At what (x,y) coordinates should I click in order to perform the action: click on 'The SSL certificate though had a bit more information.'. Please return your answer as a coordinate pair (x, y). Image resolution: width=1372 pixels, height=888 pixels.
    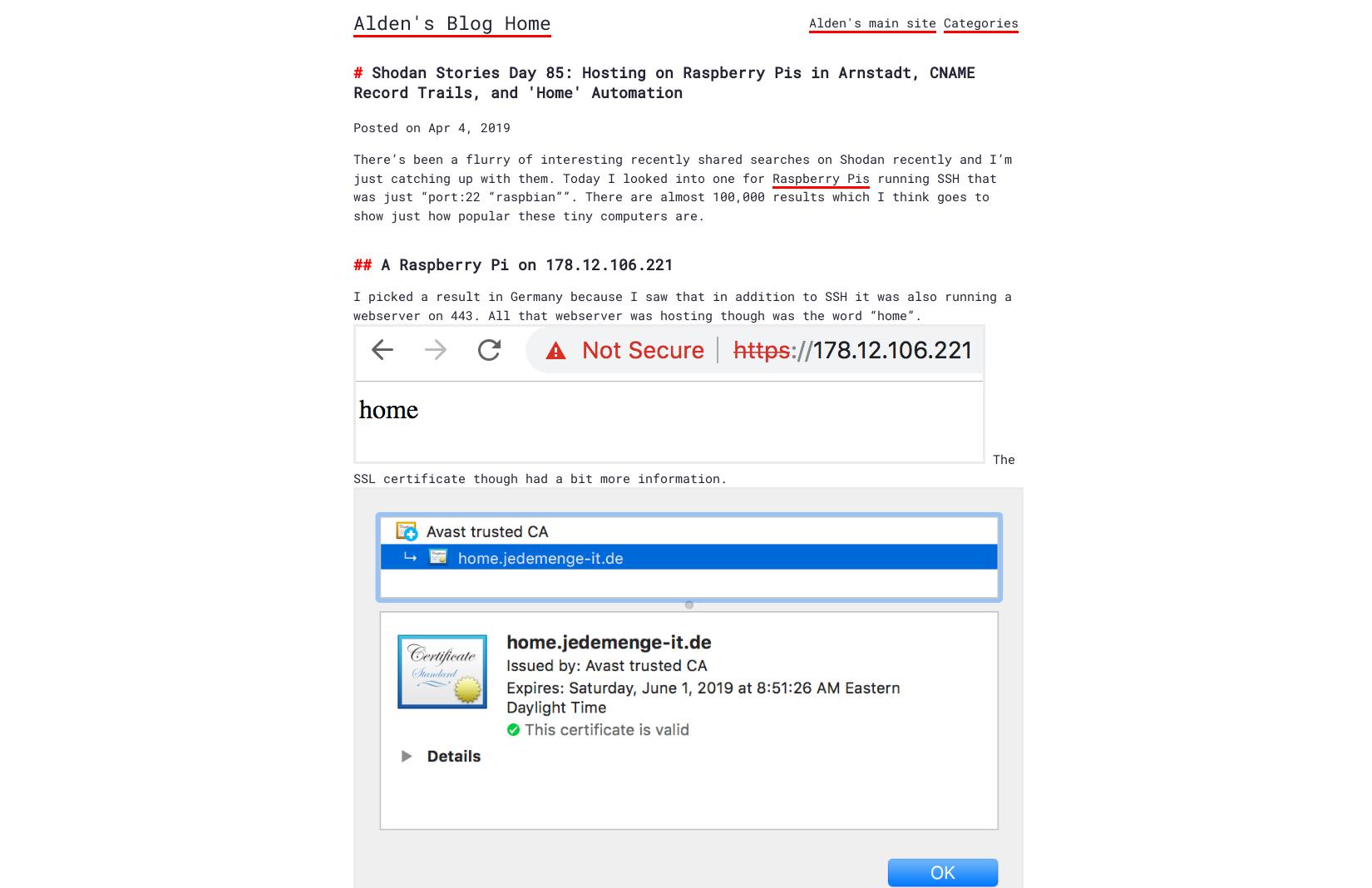
    Looking at the image, I should click on (684, 467).